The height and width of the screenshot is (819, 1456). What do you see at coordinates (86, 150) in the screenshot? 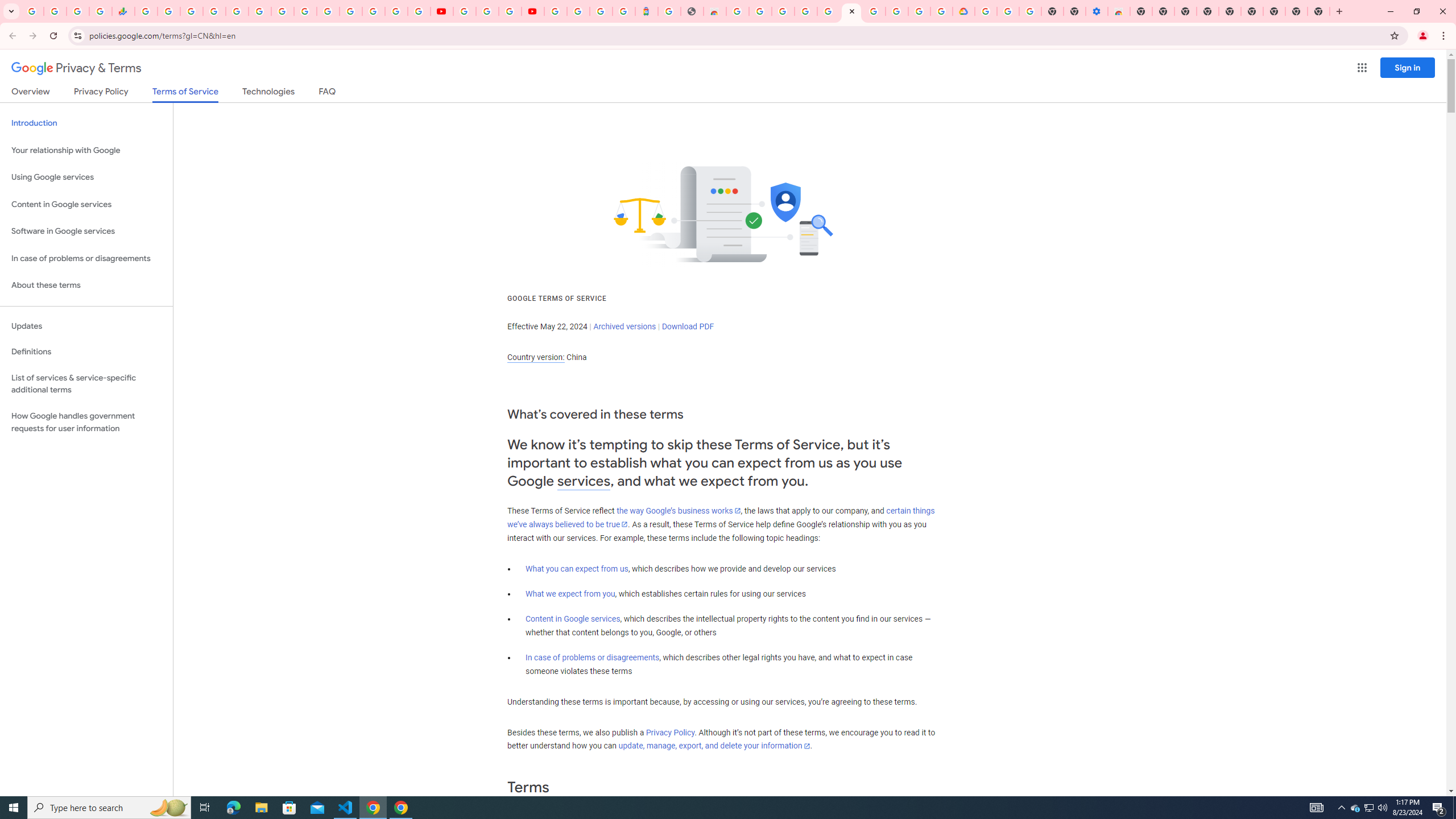
I see `'Your relationship with Google'` at bounding box center [86, 150].